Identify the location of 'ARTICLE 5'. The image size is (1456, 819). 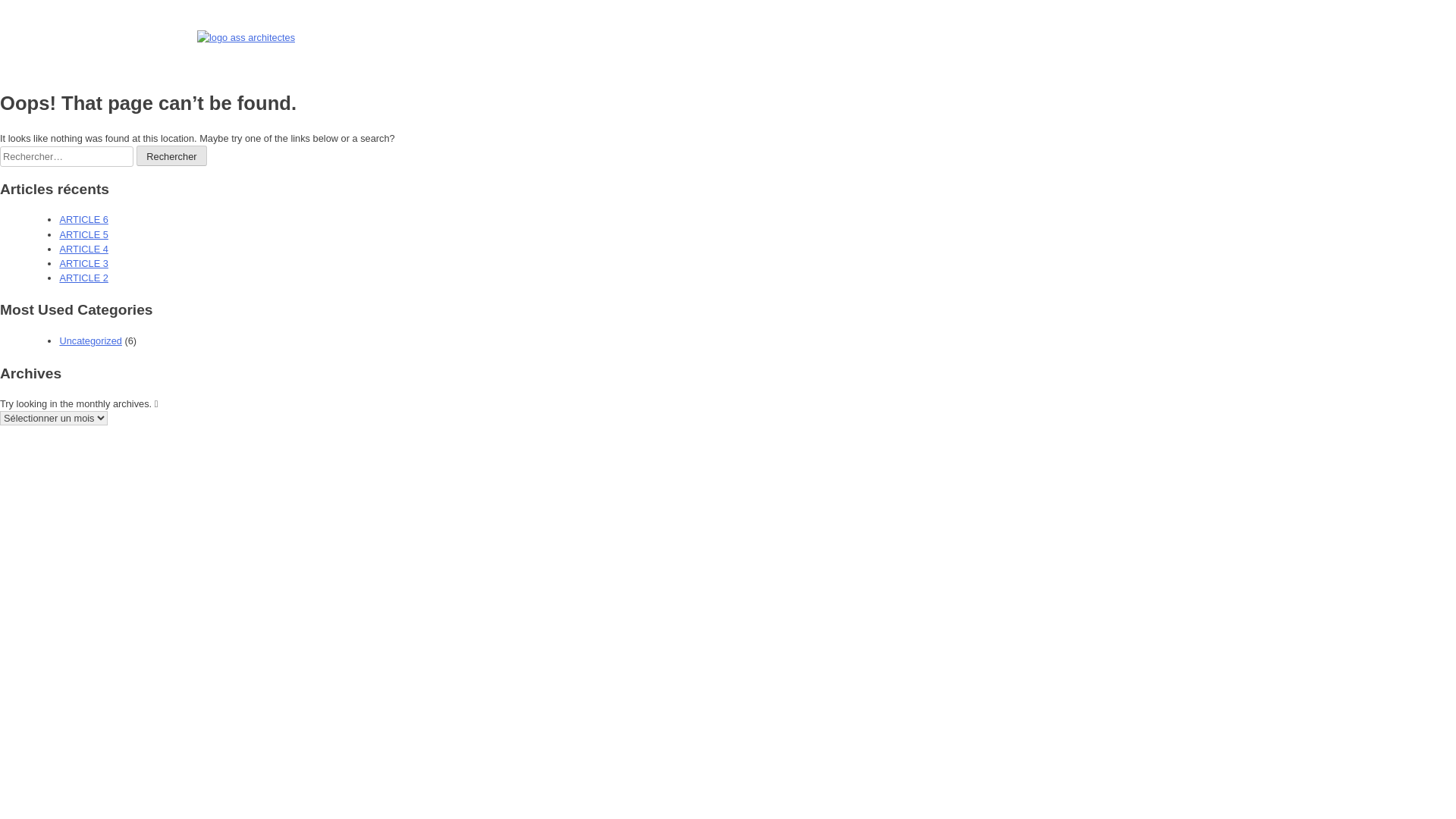
(83, 234).